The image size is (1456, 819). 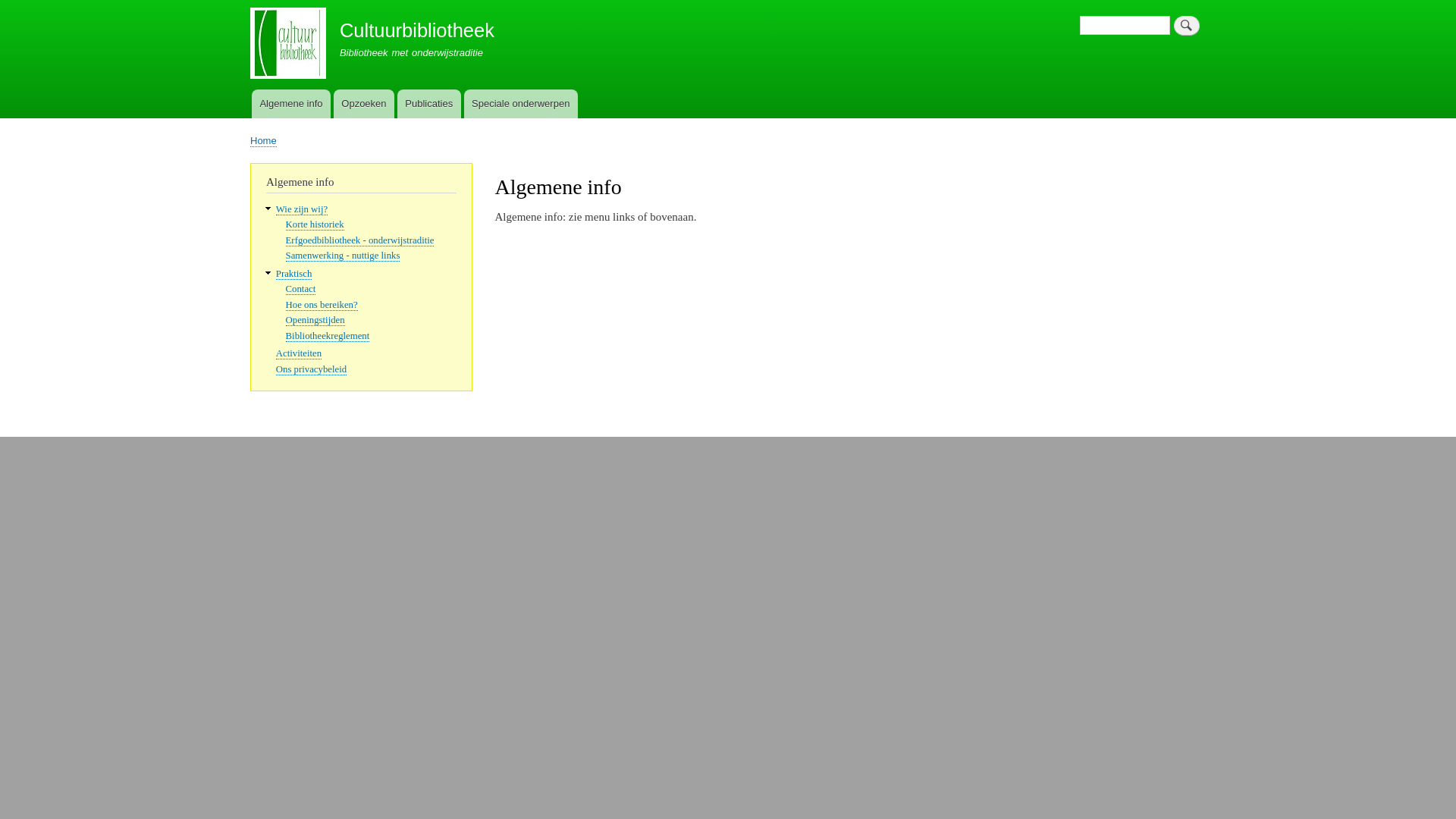 What do you see at coordinates (298, 353) in the screenshot?
I see `'Activiteiten'` at bounding box center [298, 353].